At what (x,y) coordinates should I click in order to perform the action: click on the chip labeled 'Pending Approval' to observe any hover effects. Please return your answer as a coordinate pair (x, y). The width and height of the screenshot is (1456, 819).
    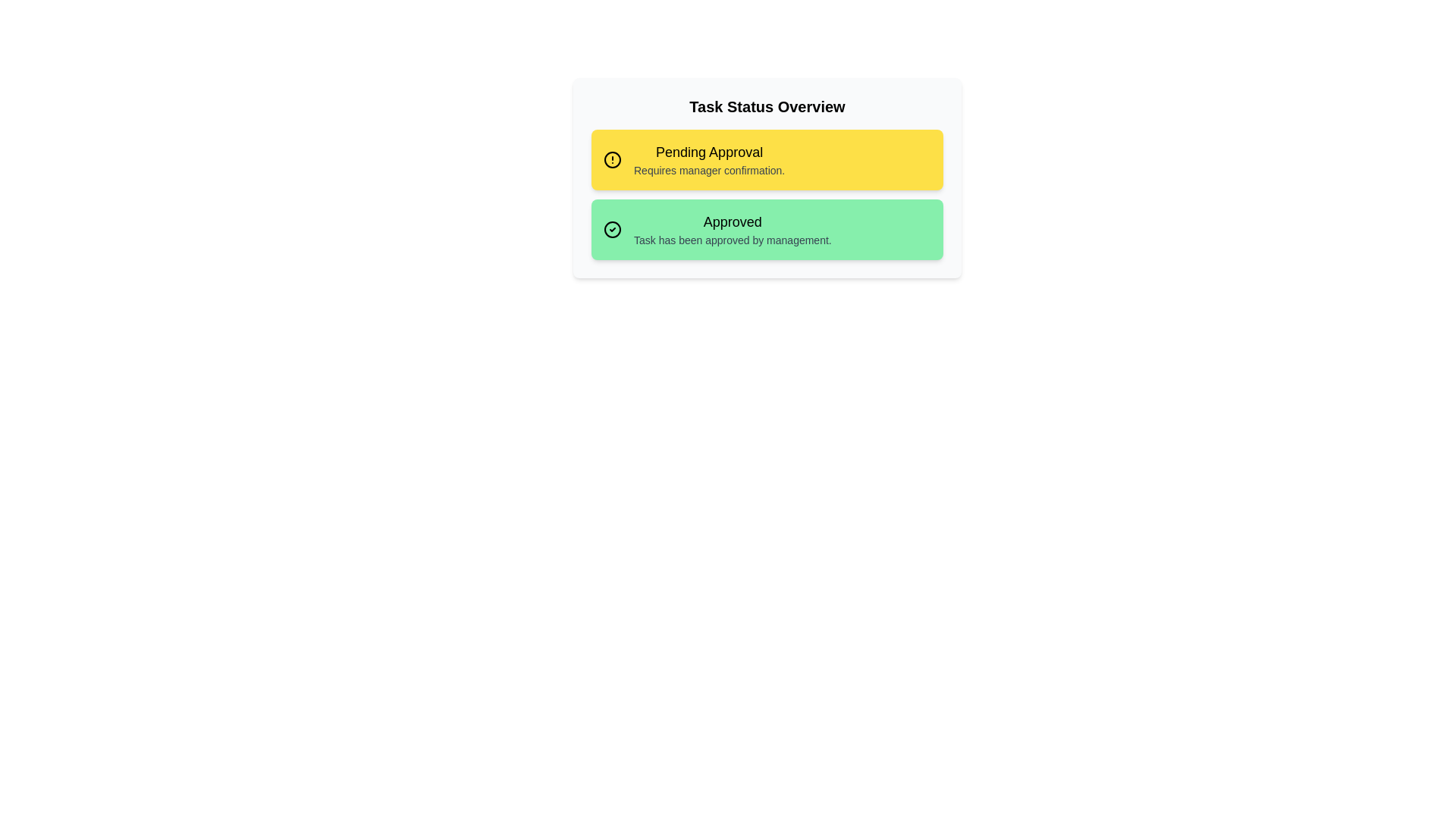
    Looking at the image, I should click on (767, 160).